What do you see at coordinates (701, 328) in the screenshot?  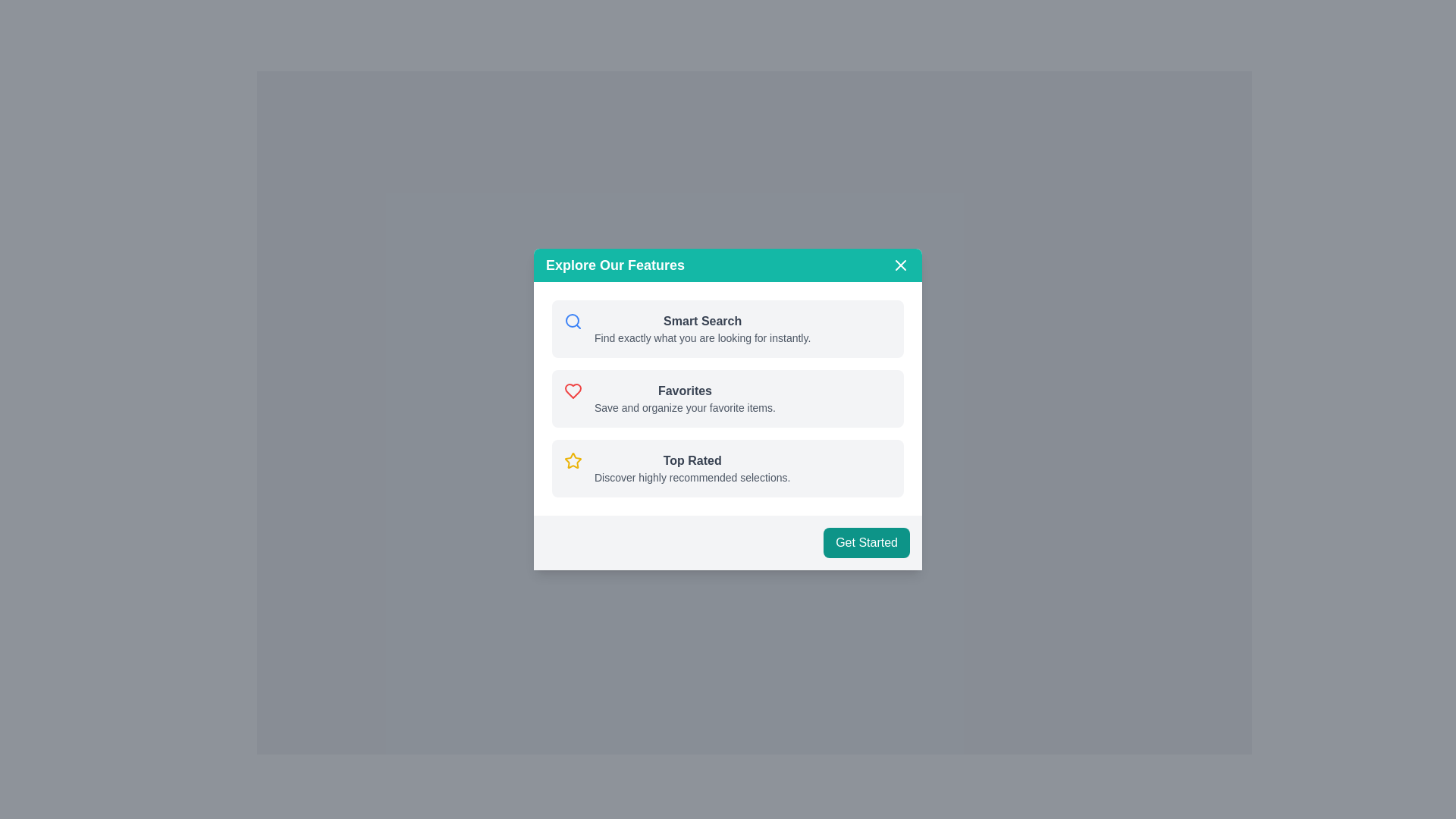 I see `the text block titled 'Smart Search' which contains the subtitle 'Find exactly what you are looking for instantly'. This block is located below a magnifying glass icon in a vertical list` at bounding box center [701, 328].